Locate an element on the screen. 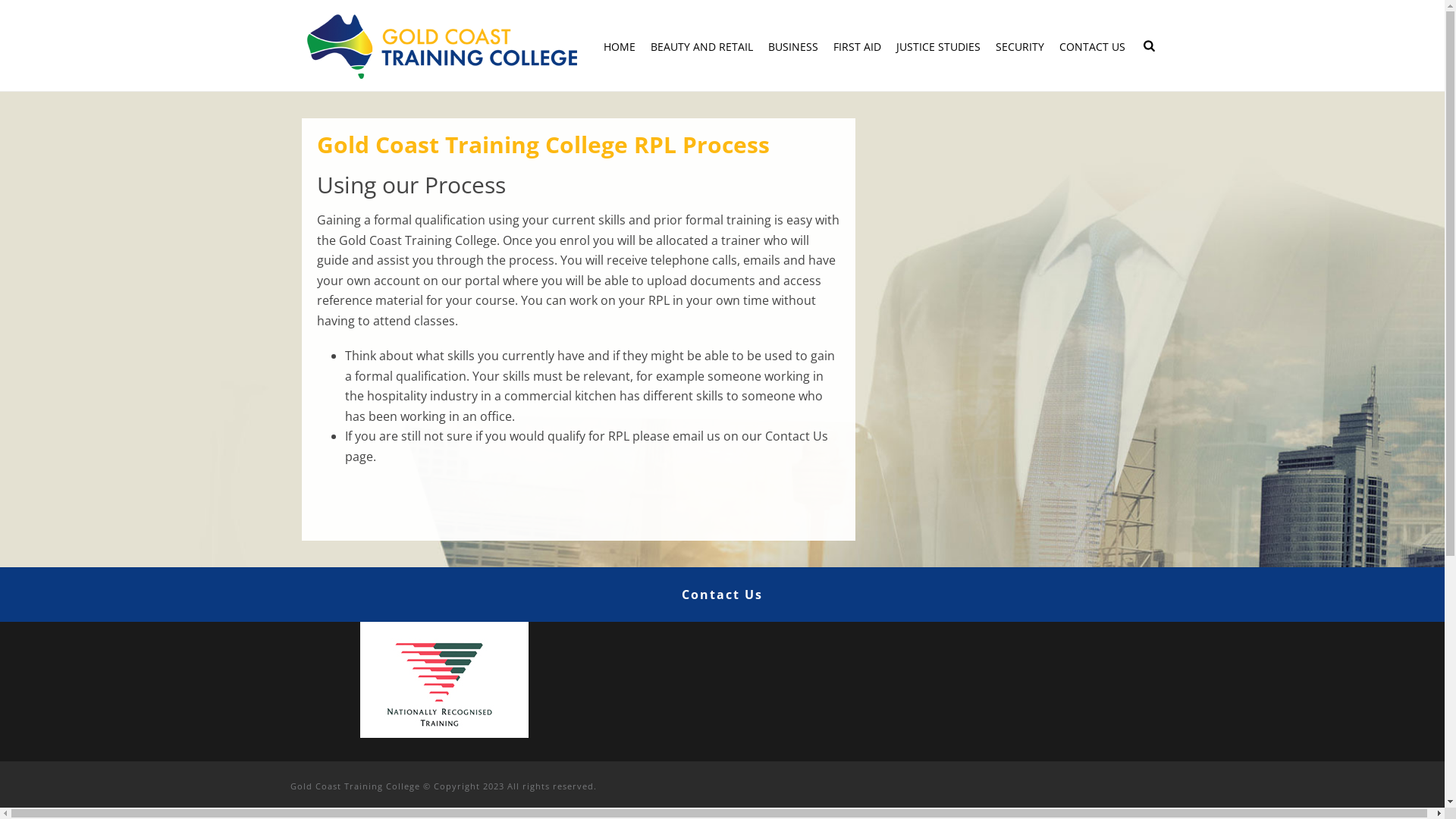 This screenshot has height=819, width=1456. 'BUSINESS' is located at coordinates (792, 45).